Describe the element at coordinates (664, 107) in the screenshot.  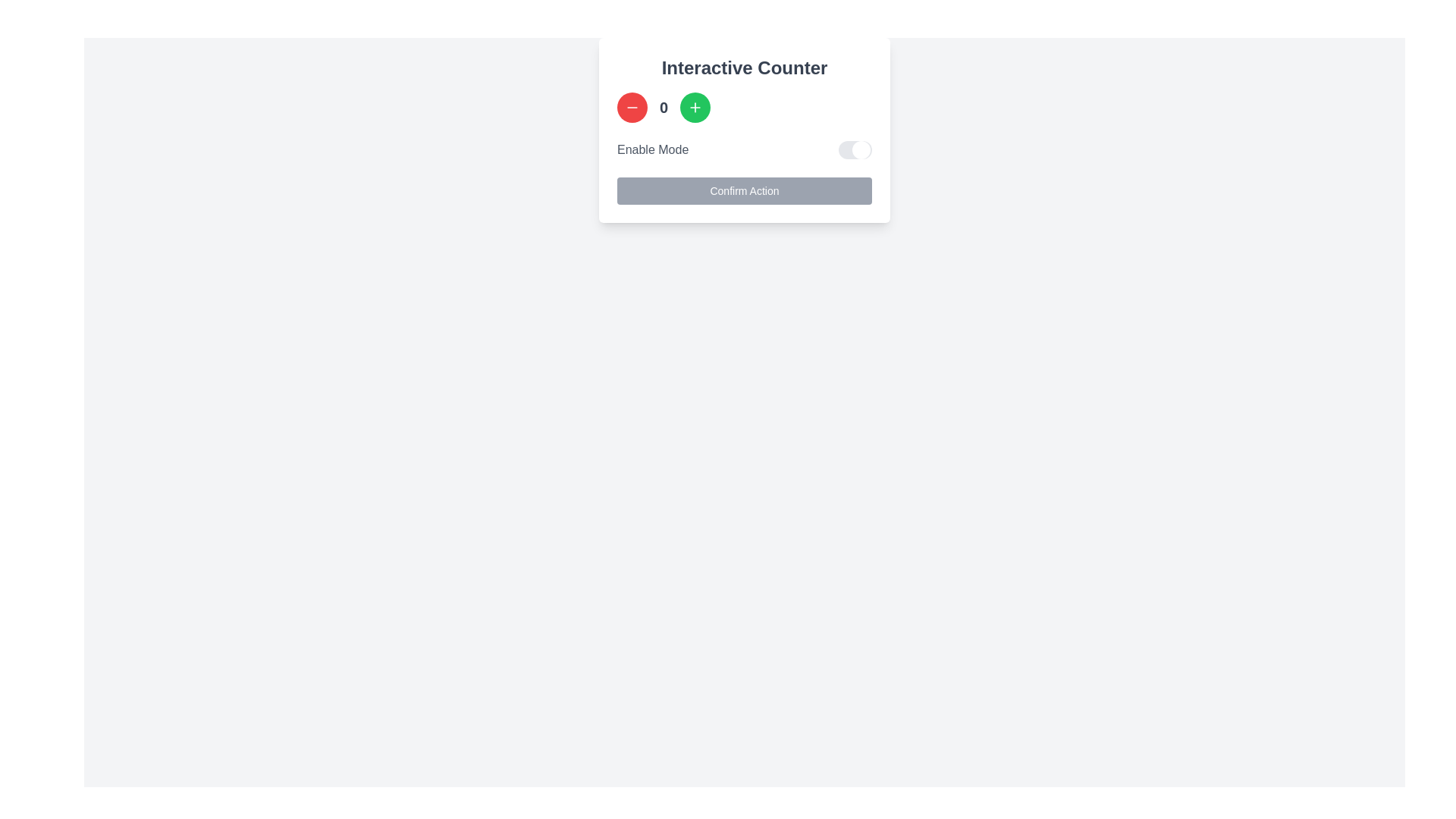
I see `the Label/Text Display element that shows the current value of a counter, positioned centrally between the red 'minus' button and the green 'plus' button` at that location.